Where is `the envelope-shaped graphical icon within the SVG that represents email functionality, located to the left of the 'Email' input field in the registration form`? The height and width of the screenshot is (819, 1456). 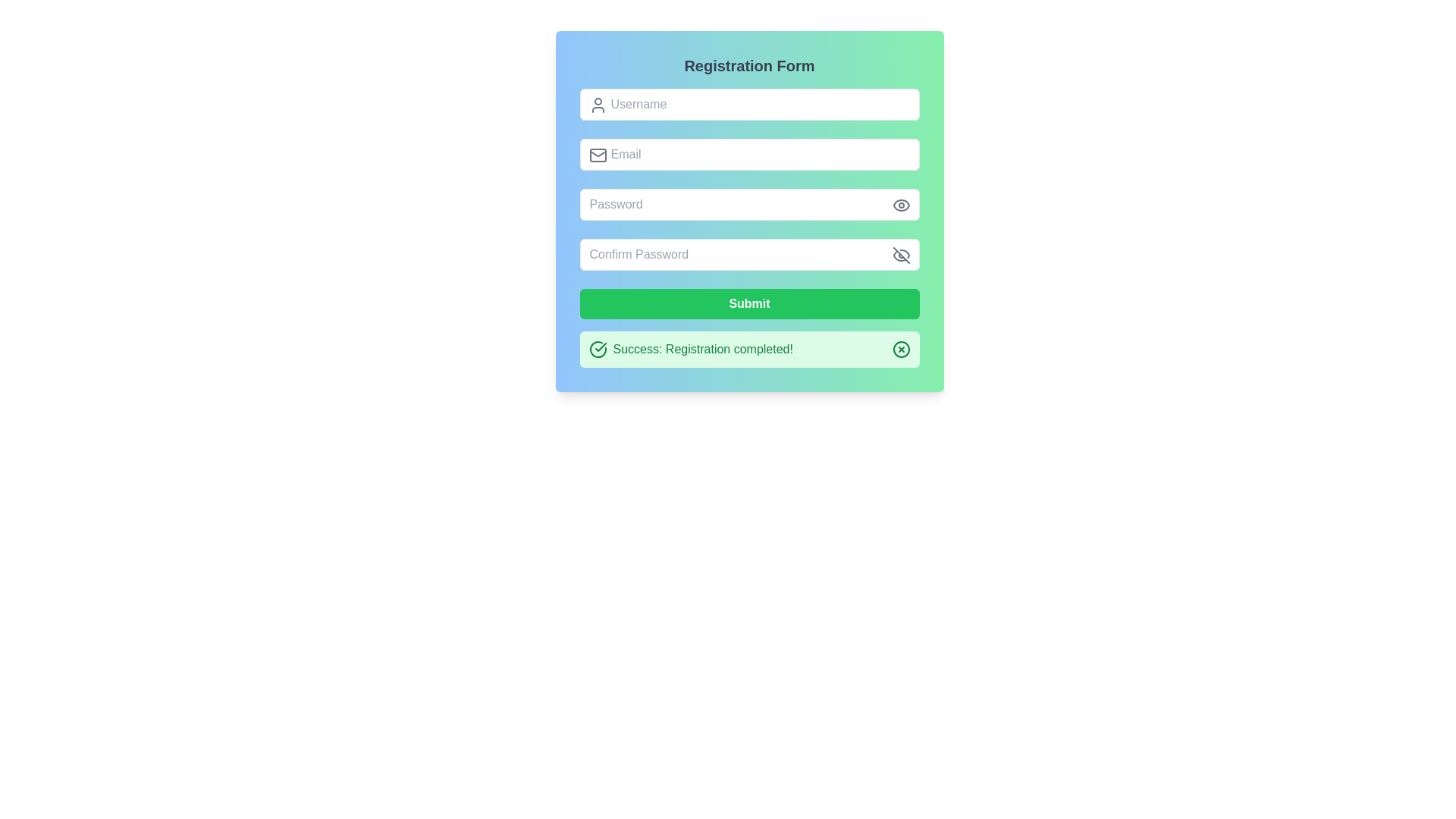
the envelope-shaped graphical icon within the SVG that represents email functionality, located to the left of the 'Email' input field in the registration form is located at coordinates (597, 155).